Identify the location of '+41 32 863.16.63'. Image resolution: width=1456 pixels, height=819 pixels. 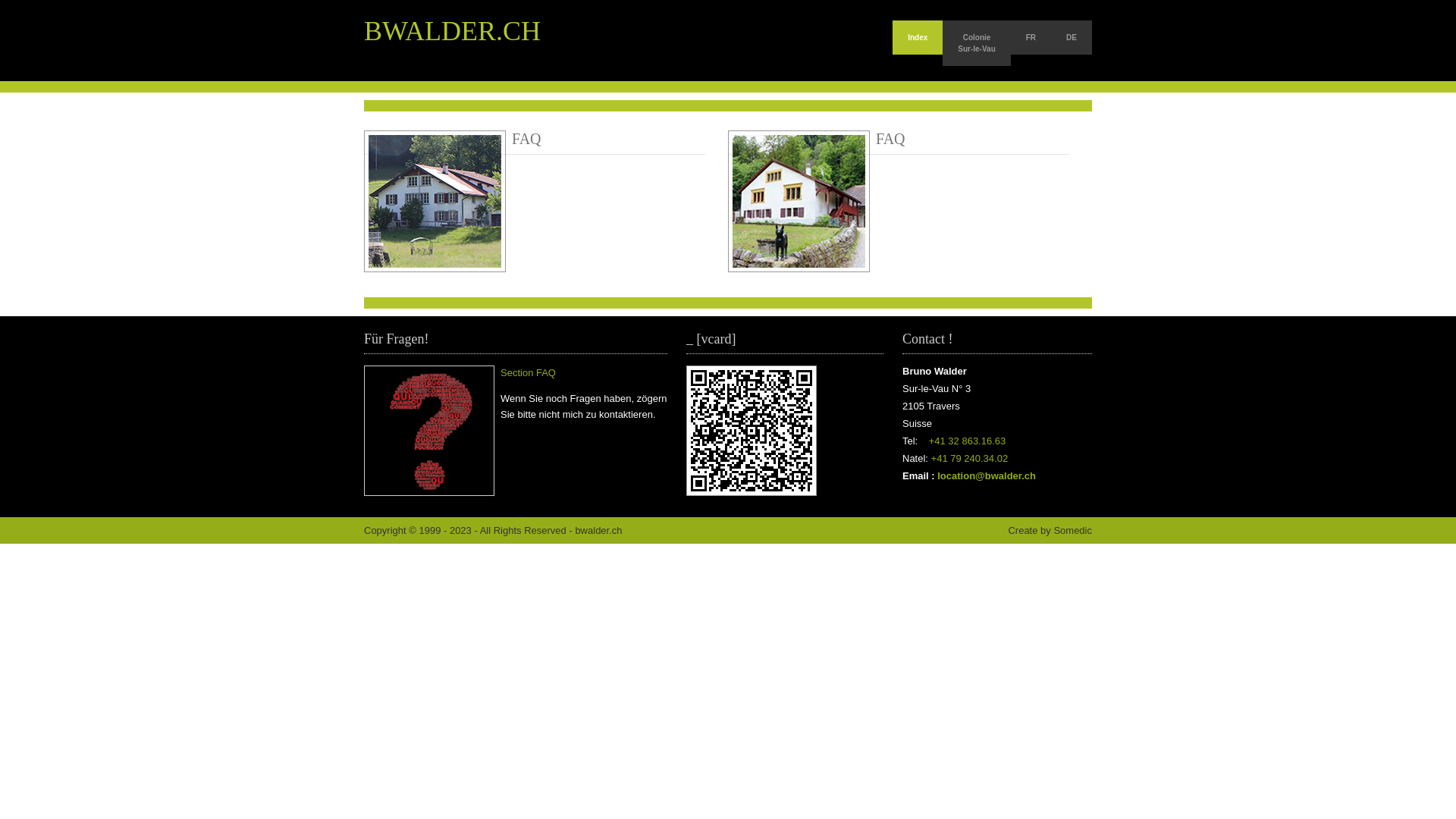
(927, 441).